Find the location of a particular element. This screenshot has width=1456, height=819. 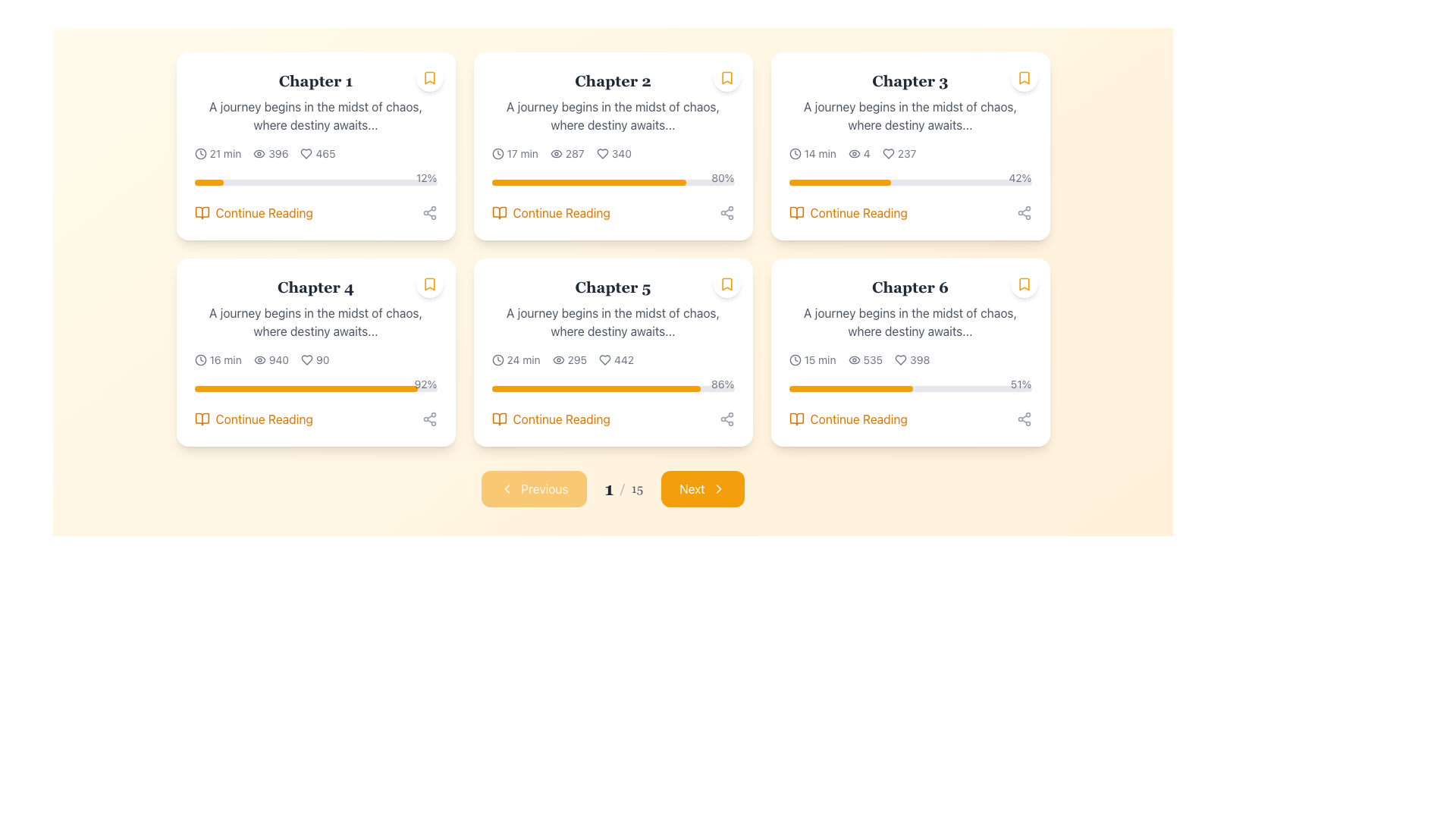

the interactive share icon located in the bottom-right corner of the card for 'Chapter 2', depicted as three connected nodes forming a triangular shape is located at coordinates (726, 213).